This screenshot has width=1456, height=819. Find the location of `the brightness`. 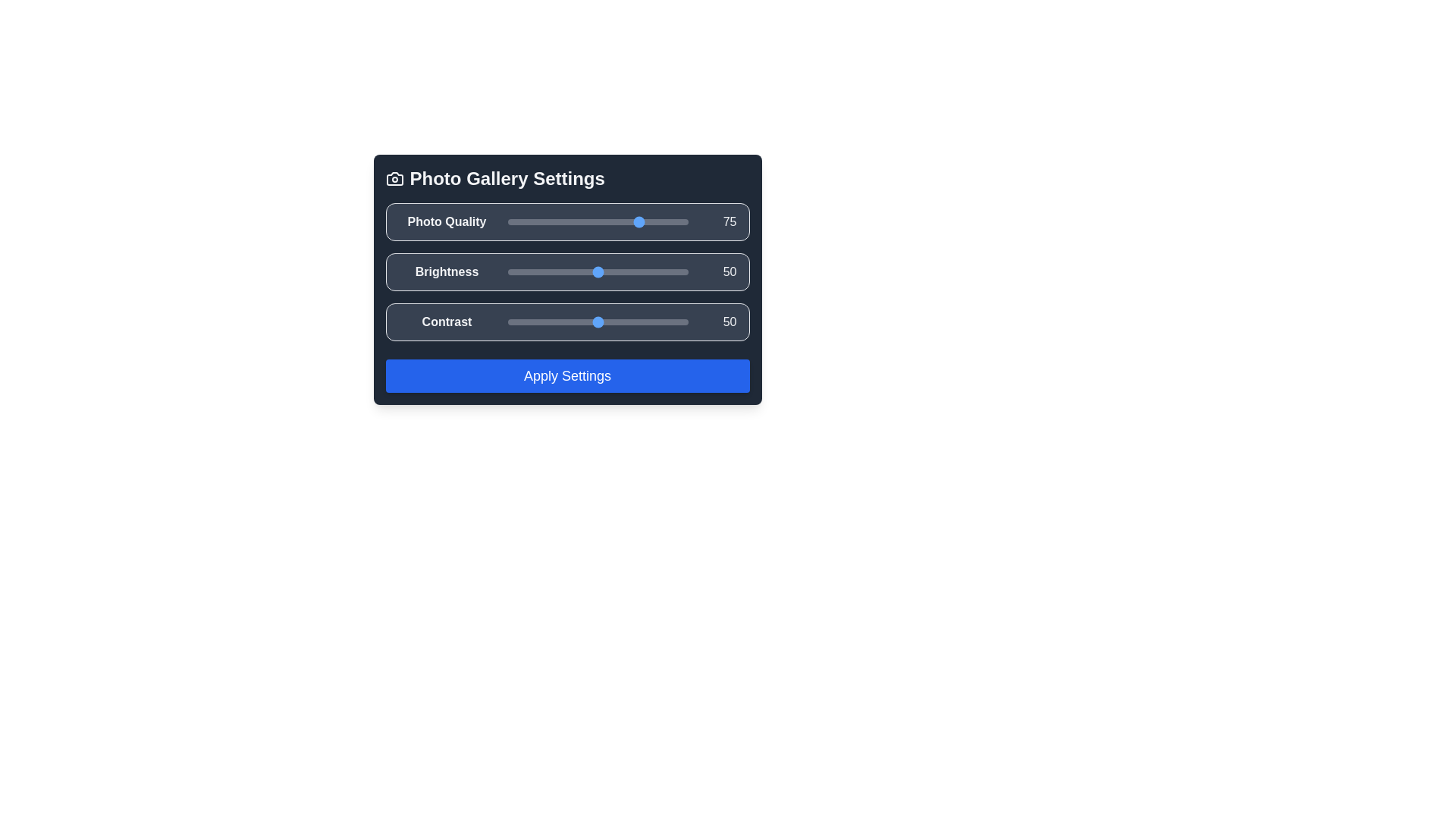

the brightness is located at coordinates (568, 271).